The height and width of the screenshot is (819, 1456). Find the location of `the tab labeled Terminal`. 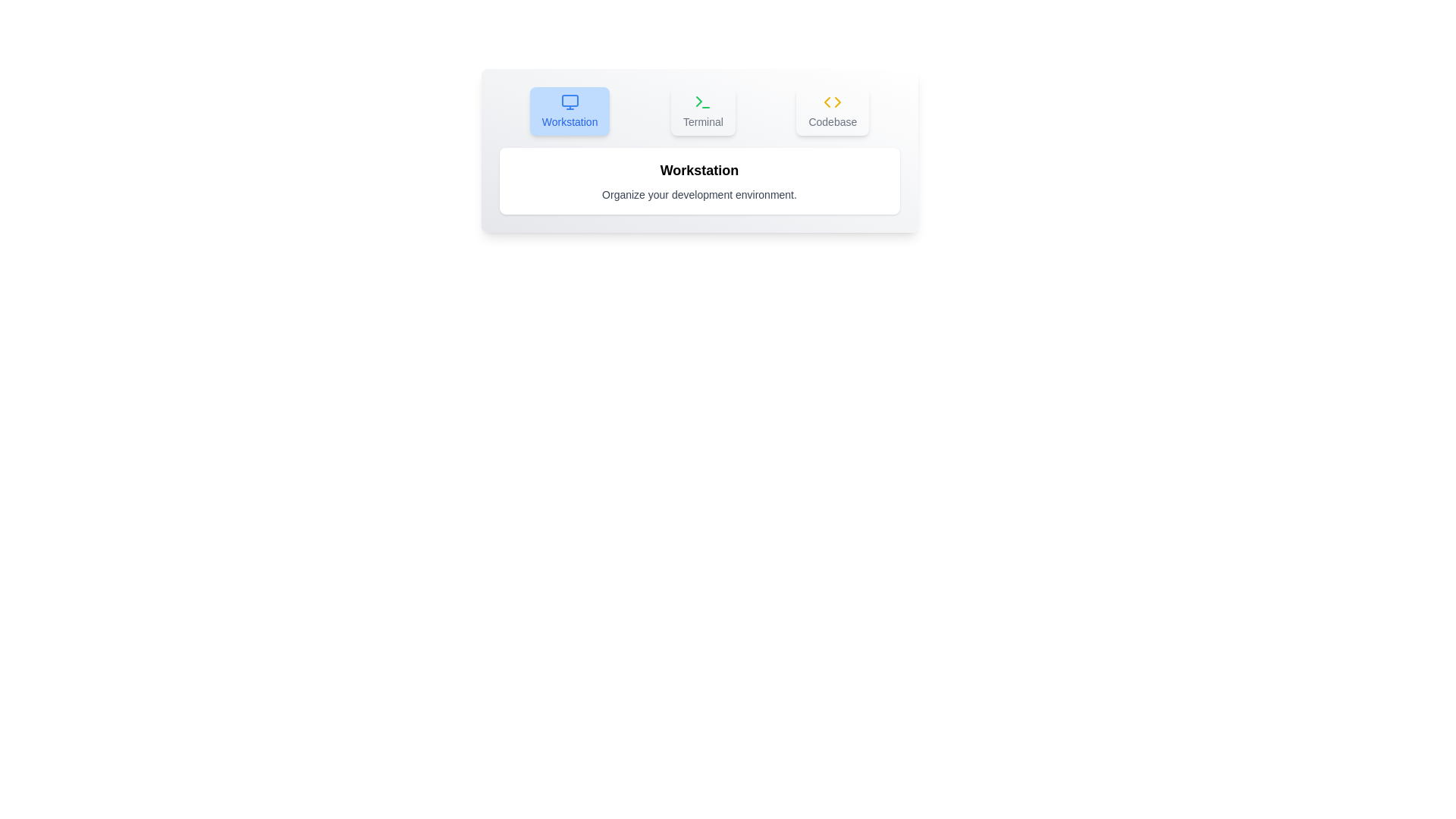

the tab labeled Terminal is located at coordinates (702, 110).